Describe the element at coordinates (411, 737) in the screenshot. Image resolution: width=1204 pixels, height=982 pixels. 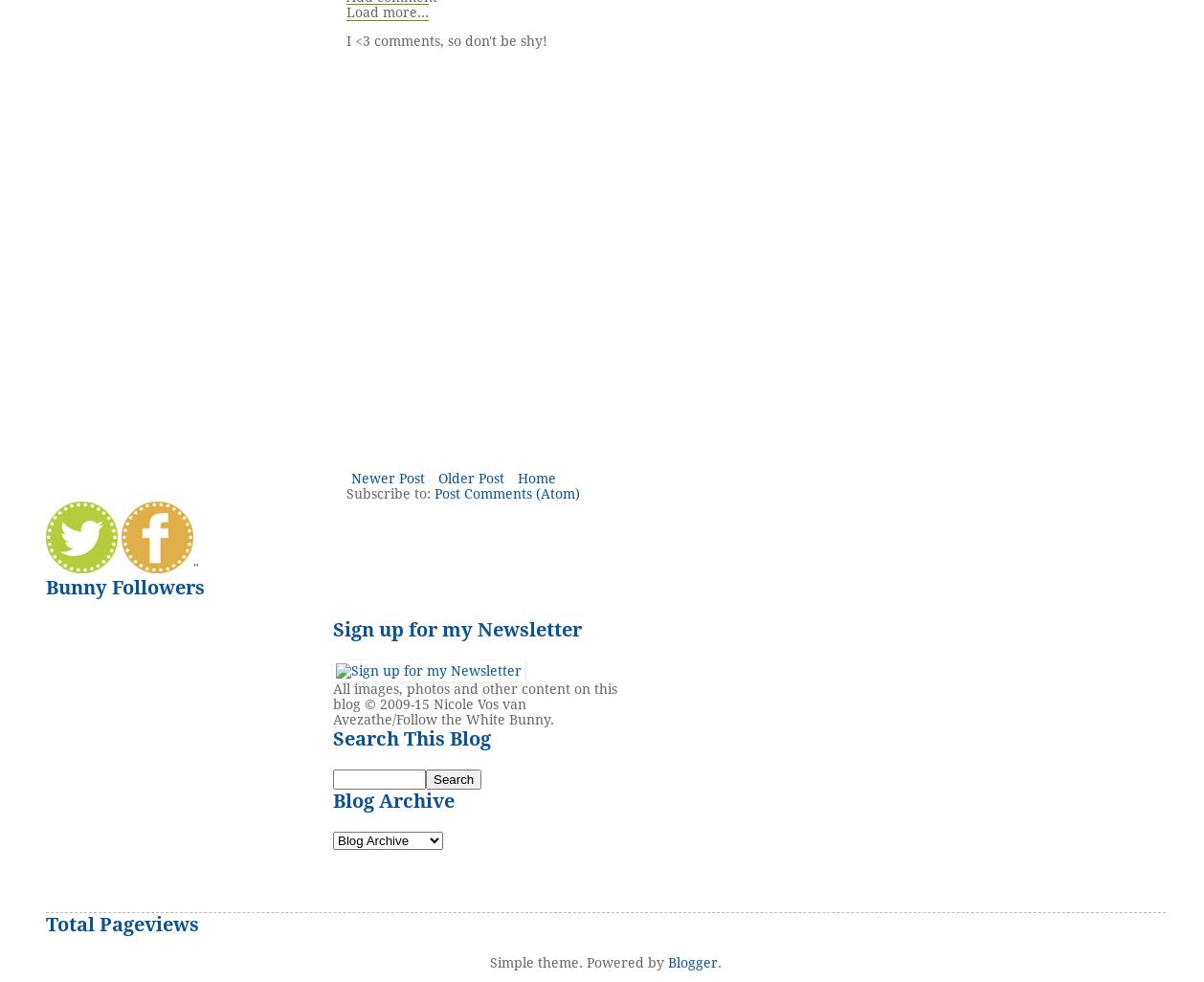
I see `'Search This Blog'` at that location.